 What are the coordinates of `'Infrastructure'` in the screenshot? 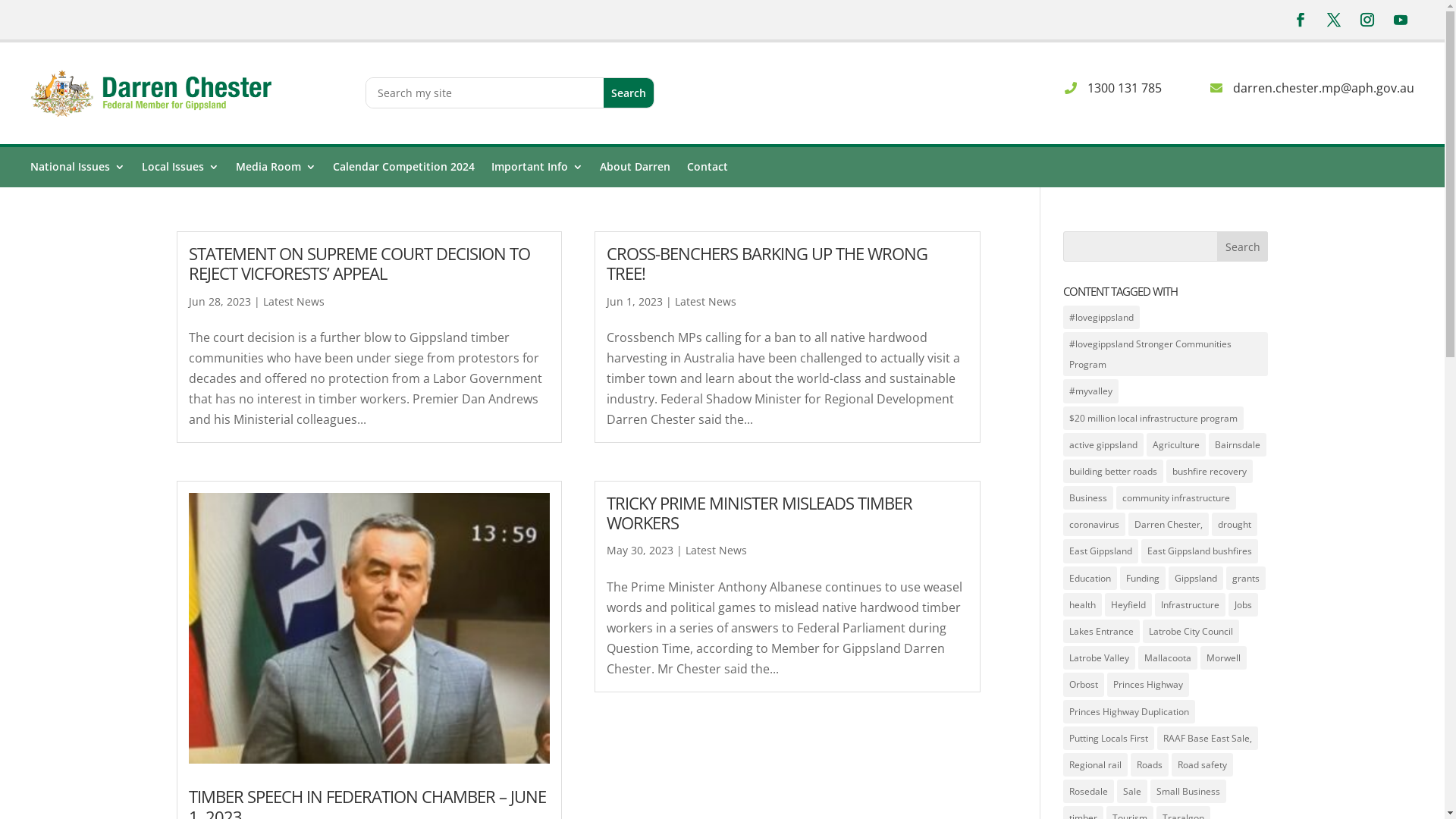 It's located at (1189, 604).